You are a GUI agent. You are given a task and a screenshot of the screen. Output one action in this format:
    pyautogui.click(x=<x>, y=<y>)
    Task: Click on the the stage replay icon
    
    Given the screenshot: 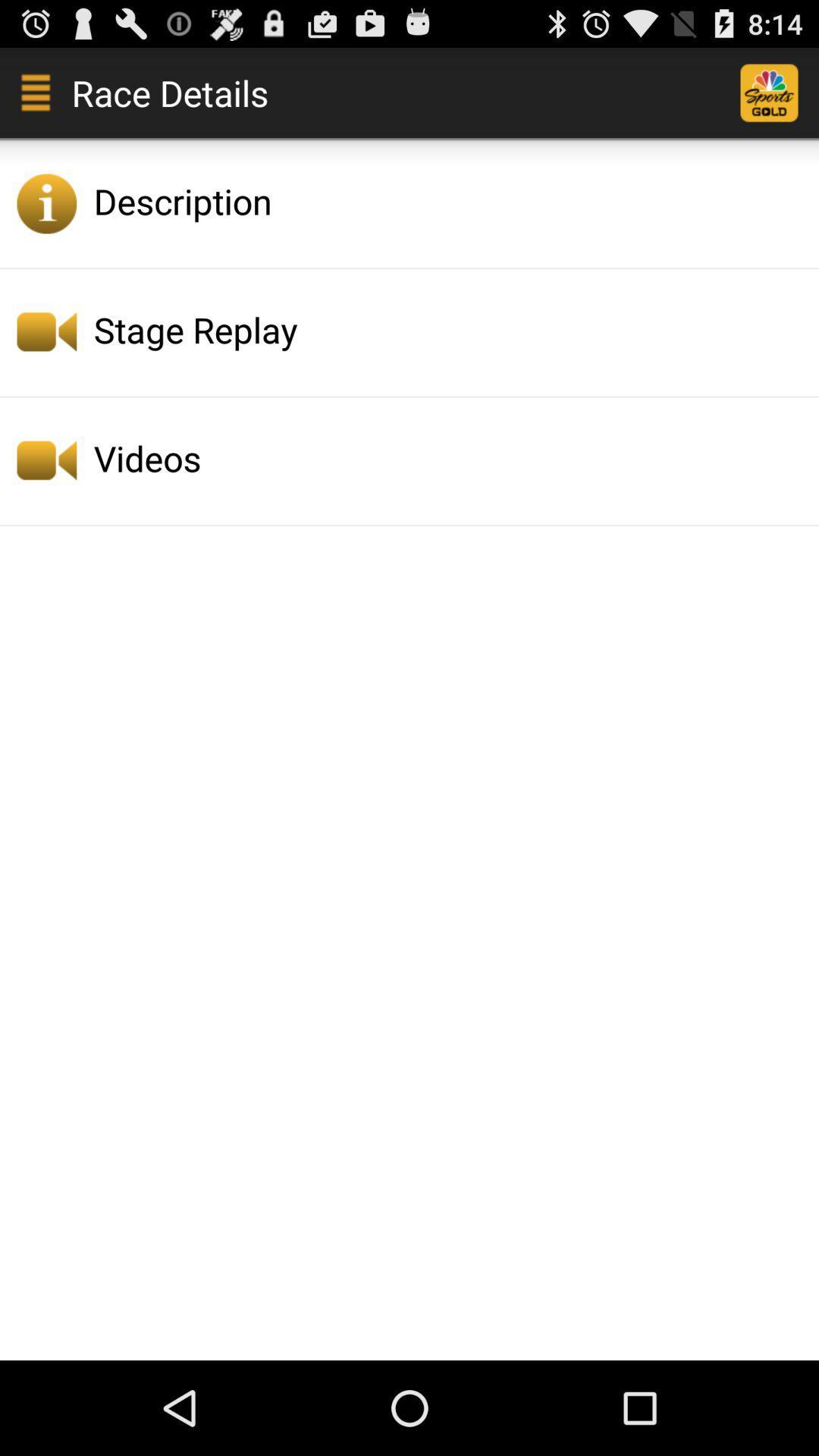 What is the action you would take?
    pyautogui.click(x=451, y=328)
    